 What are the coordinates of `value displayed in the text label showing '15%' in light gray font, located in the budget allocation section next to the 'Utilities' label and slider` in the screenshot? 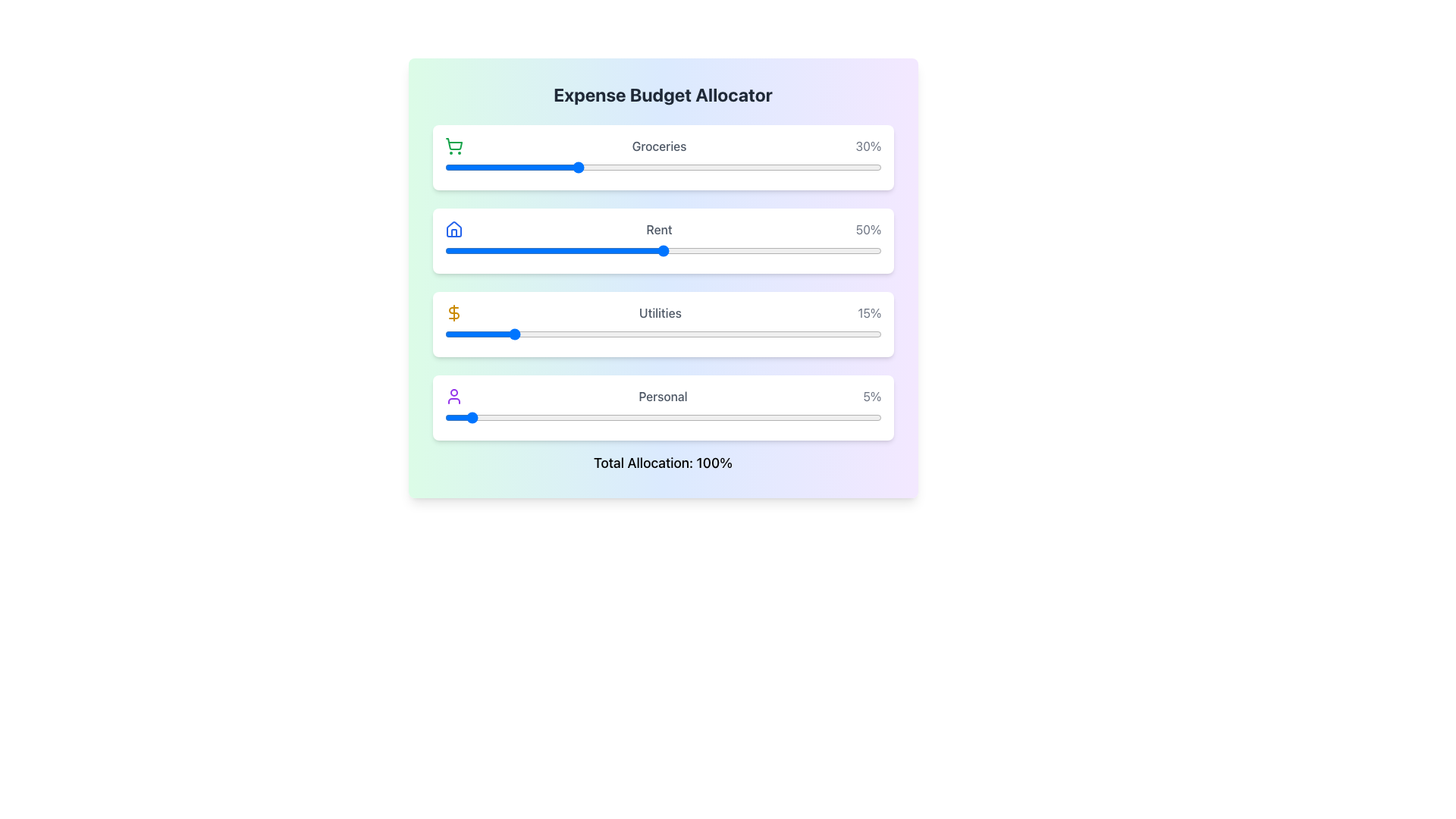 It's located at (869, 312).